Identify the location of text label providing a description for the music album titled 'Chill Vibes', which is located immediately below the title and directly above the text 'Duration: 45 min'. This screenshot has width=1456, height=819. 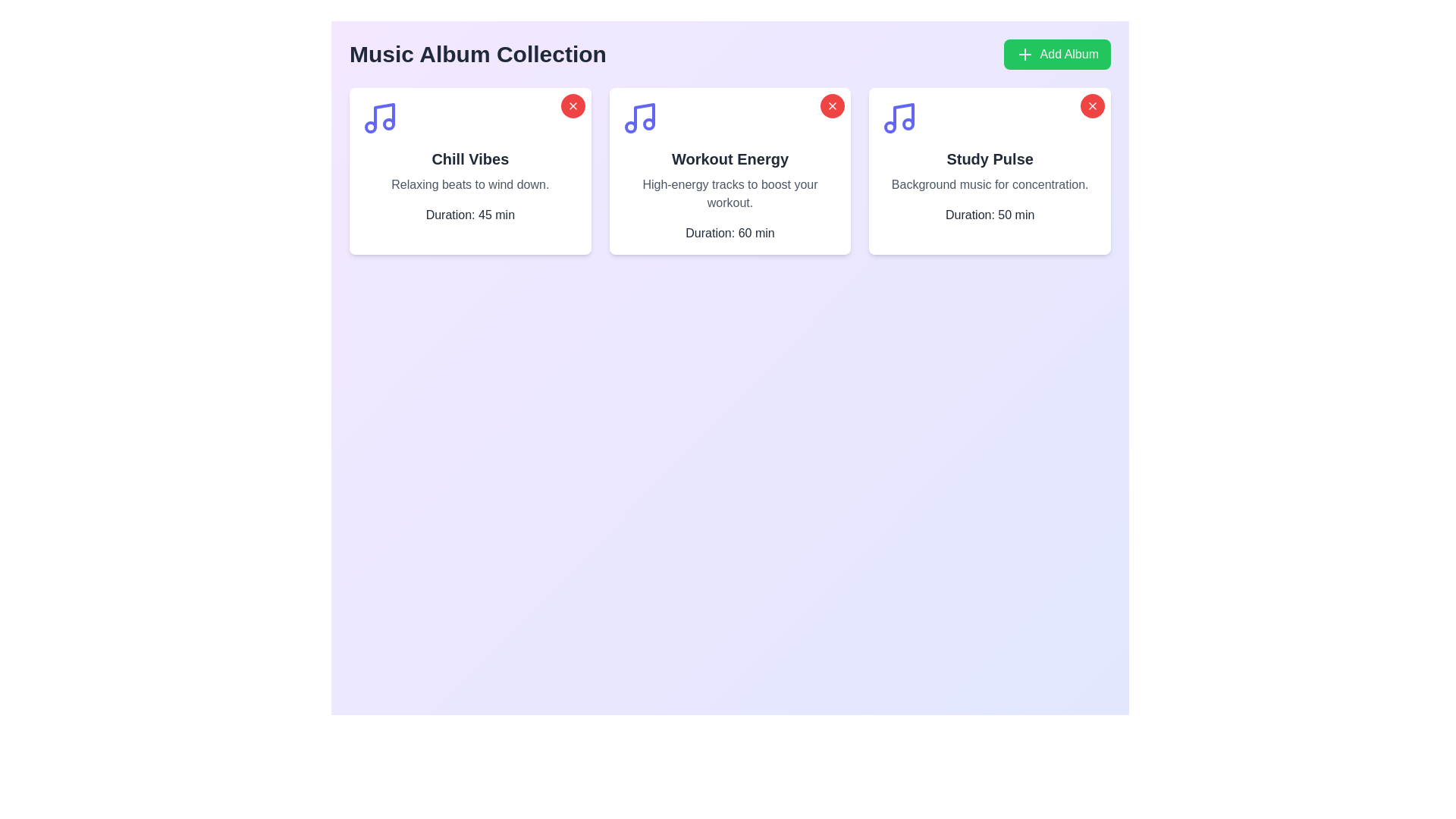
(469, 184).